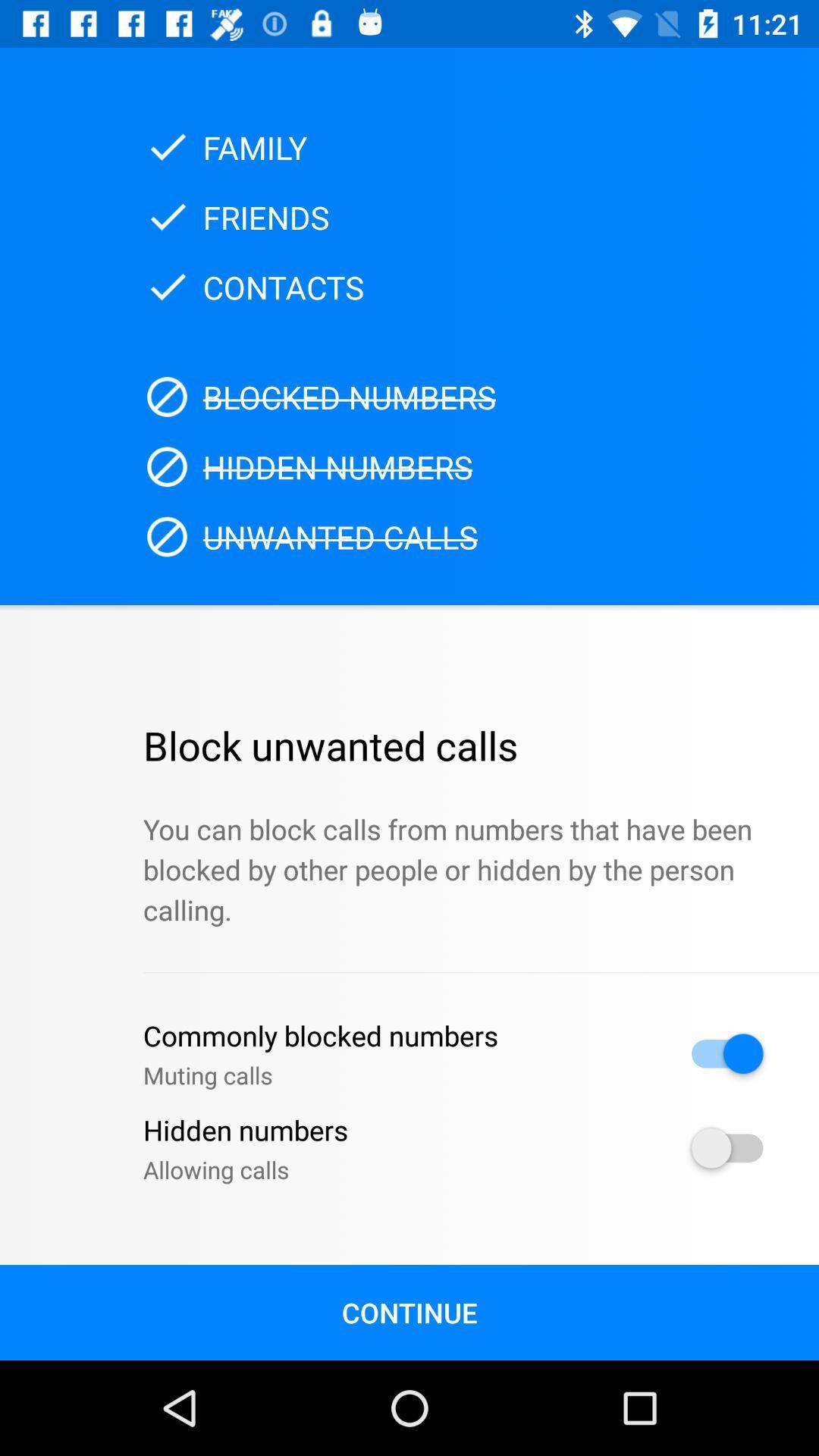  What do you see at coordinates (409, 1312) in the screenshot?
I see `continue item` at bounding box center [409, 1312].